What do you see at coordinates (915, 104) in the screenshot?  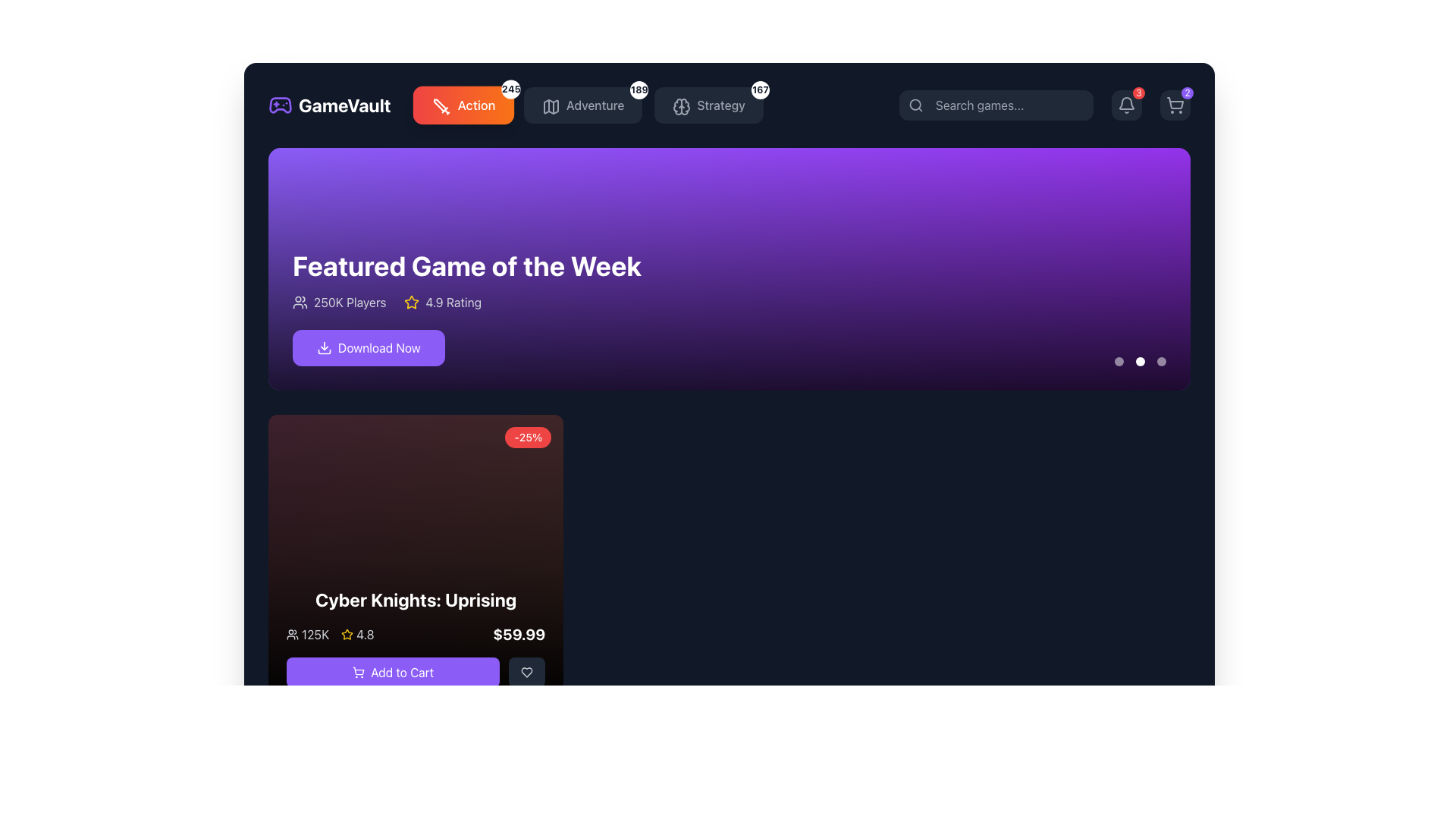 I see `the circular portion of the magnifying glass icon located on the right side of the top navigation bar, which serves as a decorative part of the search icon` at bounding box center [915, 104].